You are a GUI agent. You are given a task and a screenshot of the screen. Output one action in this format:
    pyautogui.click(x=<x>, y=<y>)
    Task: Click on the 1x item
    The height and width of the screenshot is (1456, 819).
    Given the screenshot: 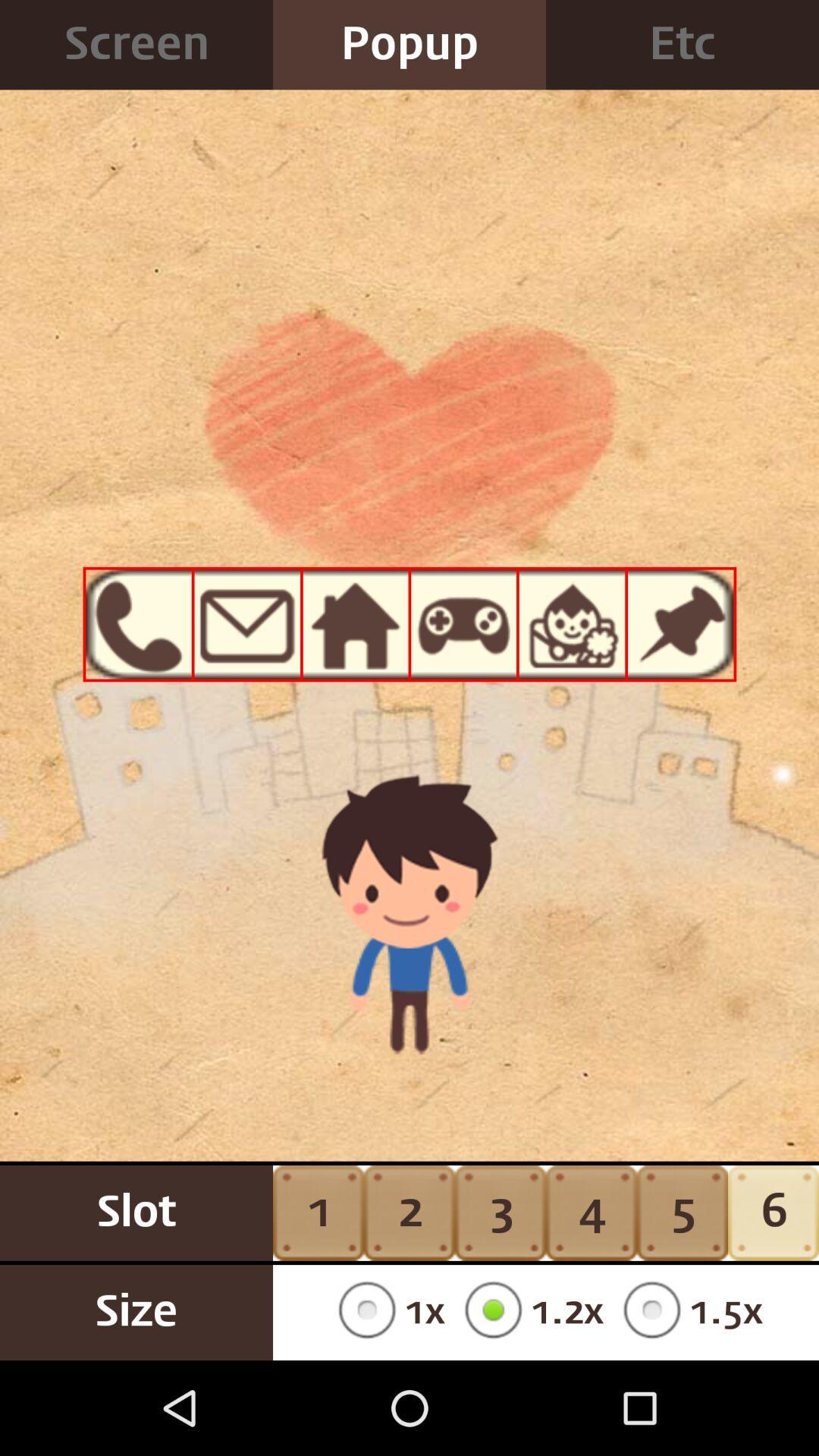 What is the action you would take?
    pyautogui.click(x=385, y=1312)
    